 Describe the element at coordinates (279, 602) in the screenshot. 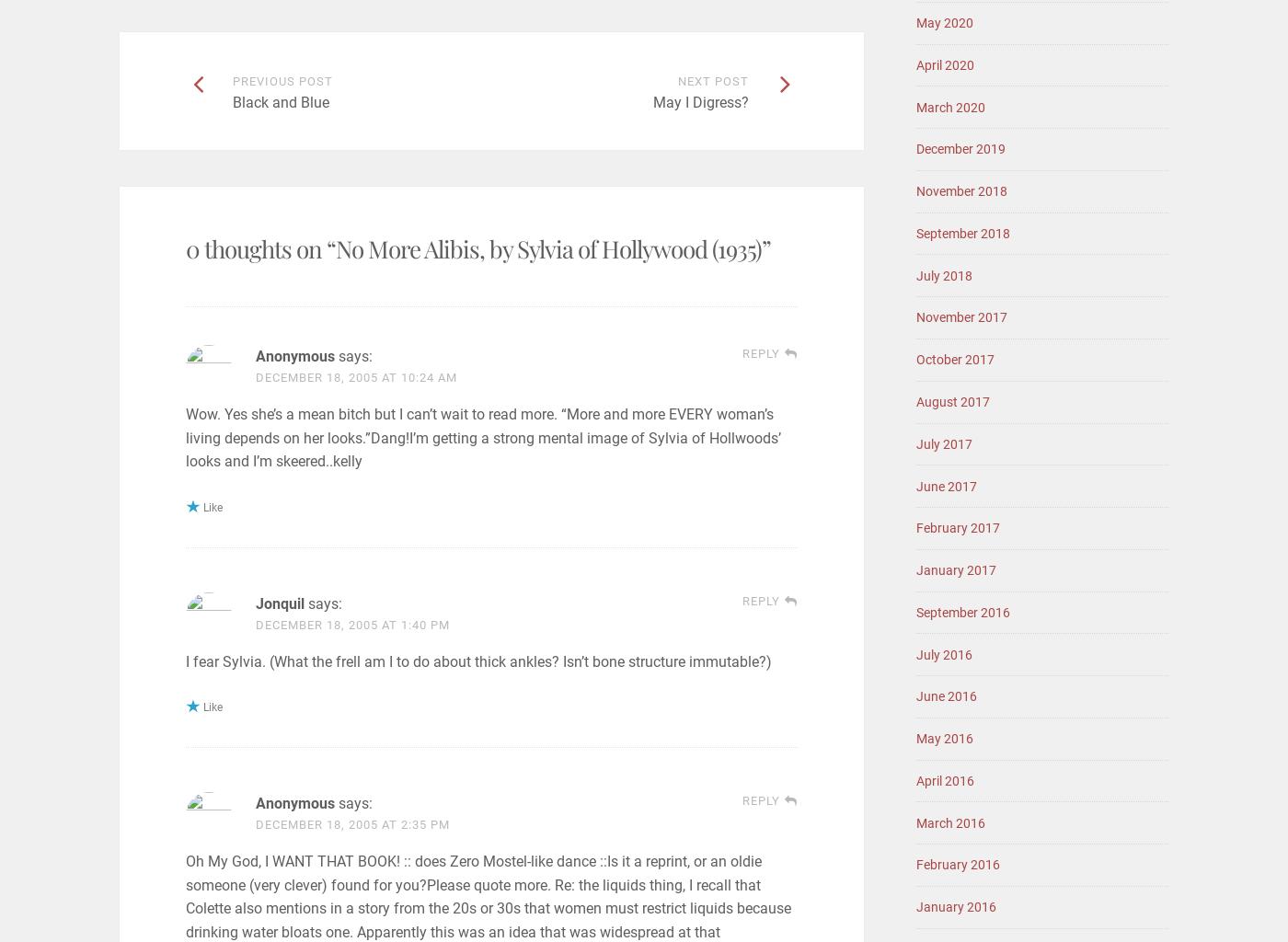

I see `'Jonquil'` at that location.